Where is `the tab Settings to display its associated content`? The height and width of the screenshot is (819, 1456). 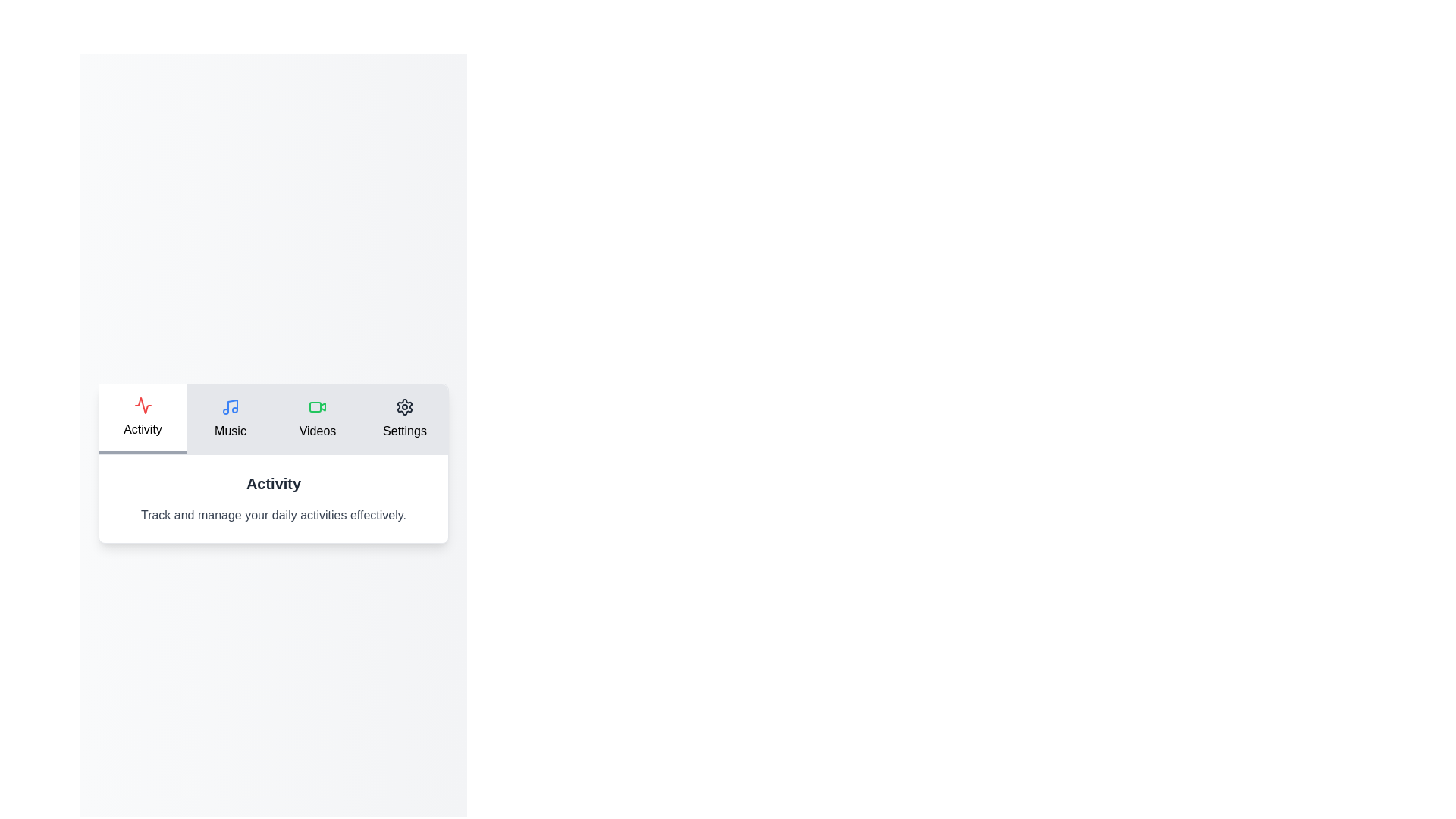 the tab Settings to display its associated content is located at coordinates (404, 419).